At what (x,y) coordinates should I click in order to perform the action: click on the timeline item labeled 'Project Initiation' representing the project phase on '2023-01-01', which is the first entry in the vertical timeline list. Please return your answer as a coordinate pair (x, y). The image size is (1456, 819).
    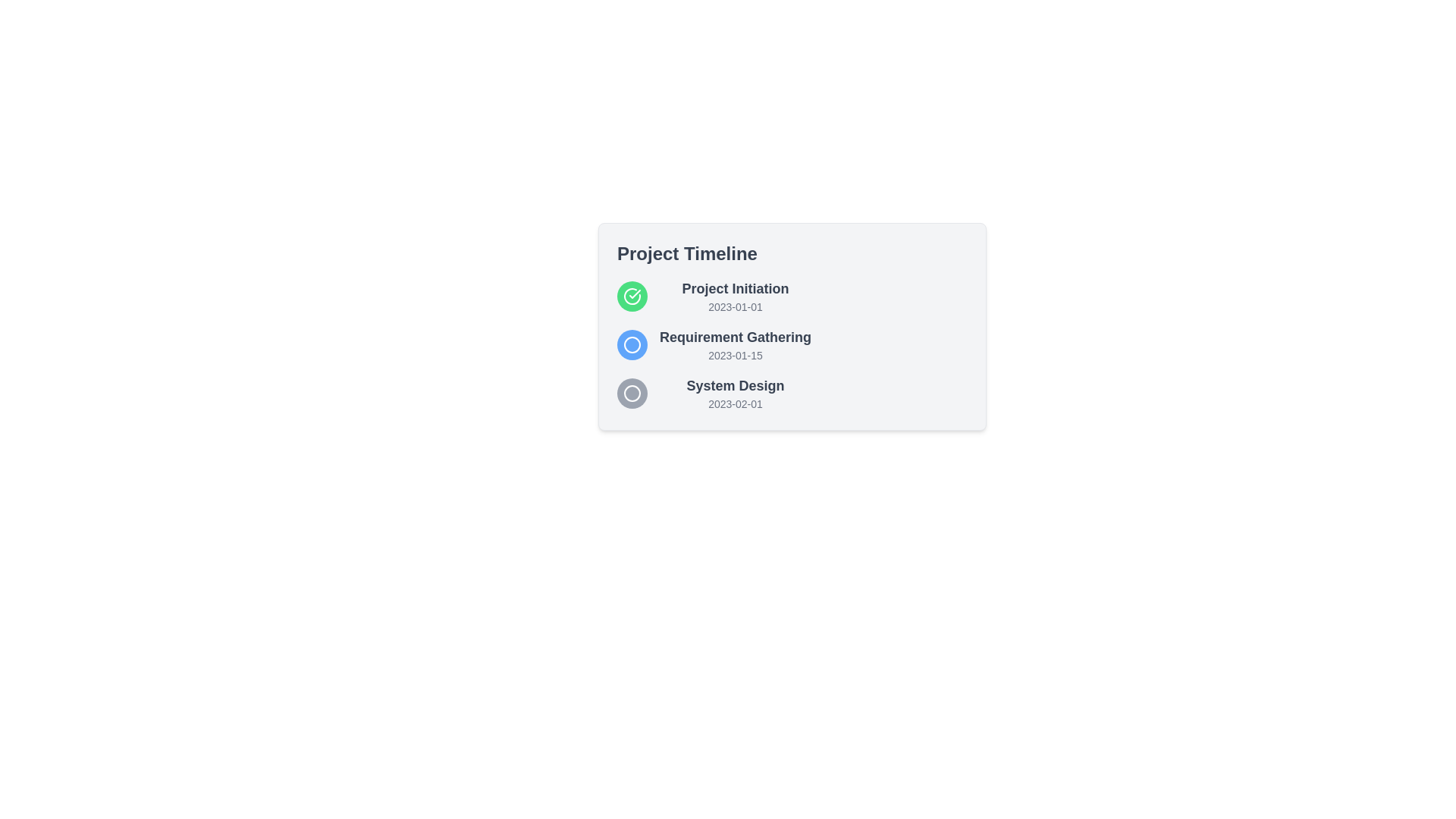
    Looking at the image, I should click on (713, 296).